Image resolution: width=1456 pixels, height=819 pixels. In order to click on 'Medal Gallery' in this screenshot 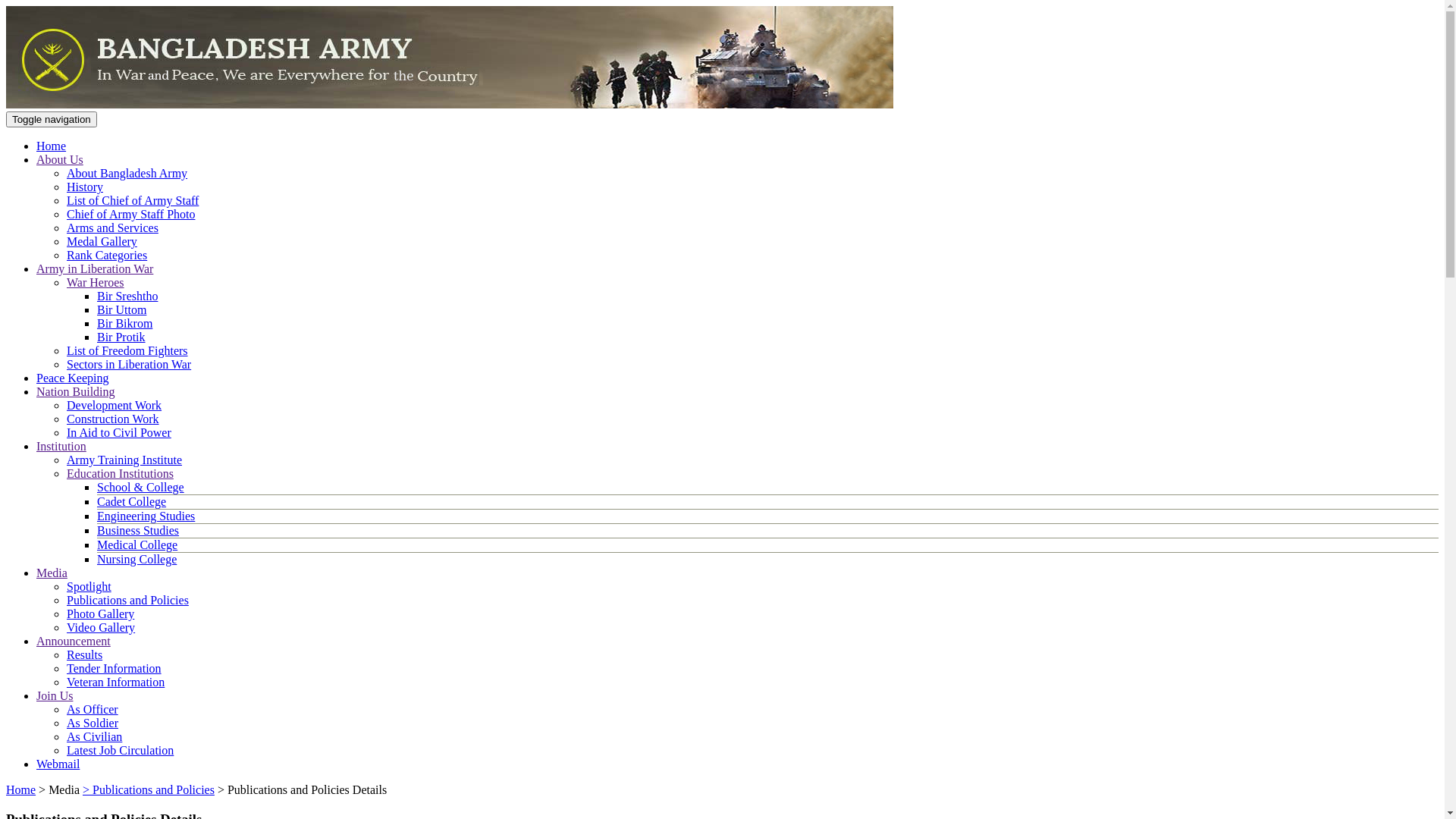, I will do `click(101, 240)`.